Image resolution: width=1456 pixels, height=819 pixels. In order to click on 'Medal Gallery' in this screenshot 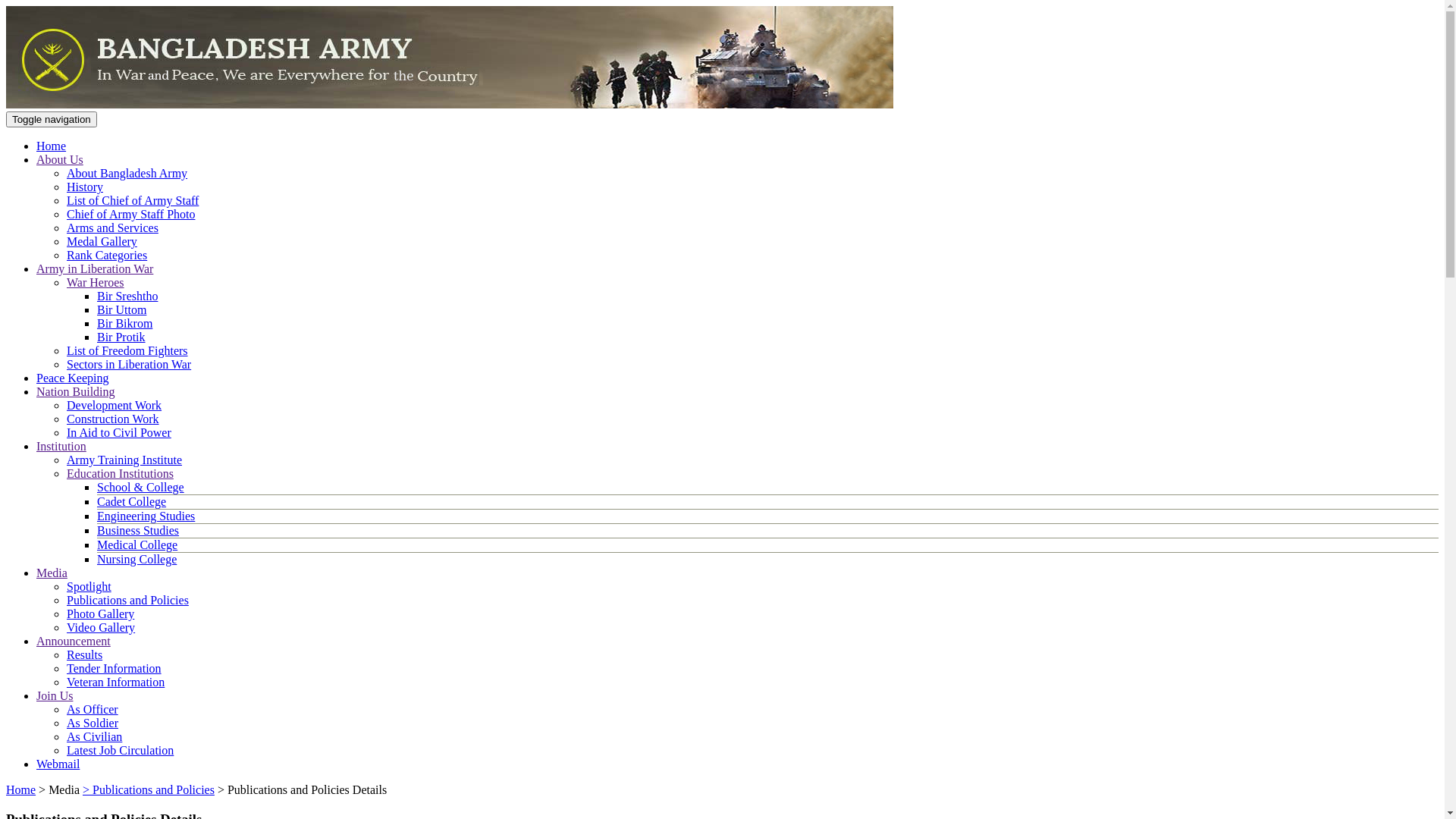, I will do `click(101, 240)`.